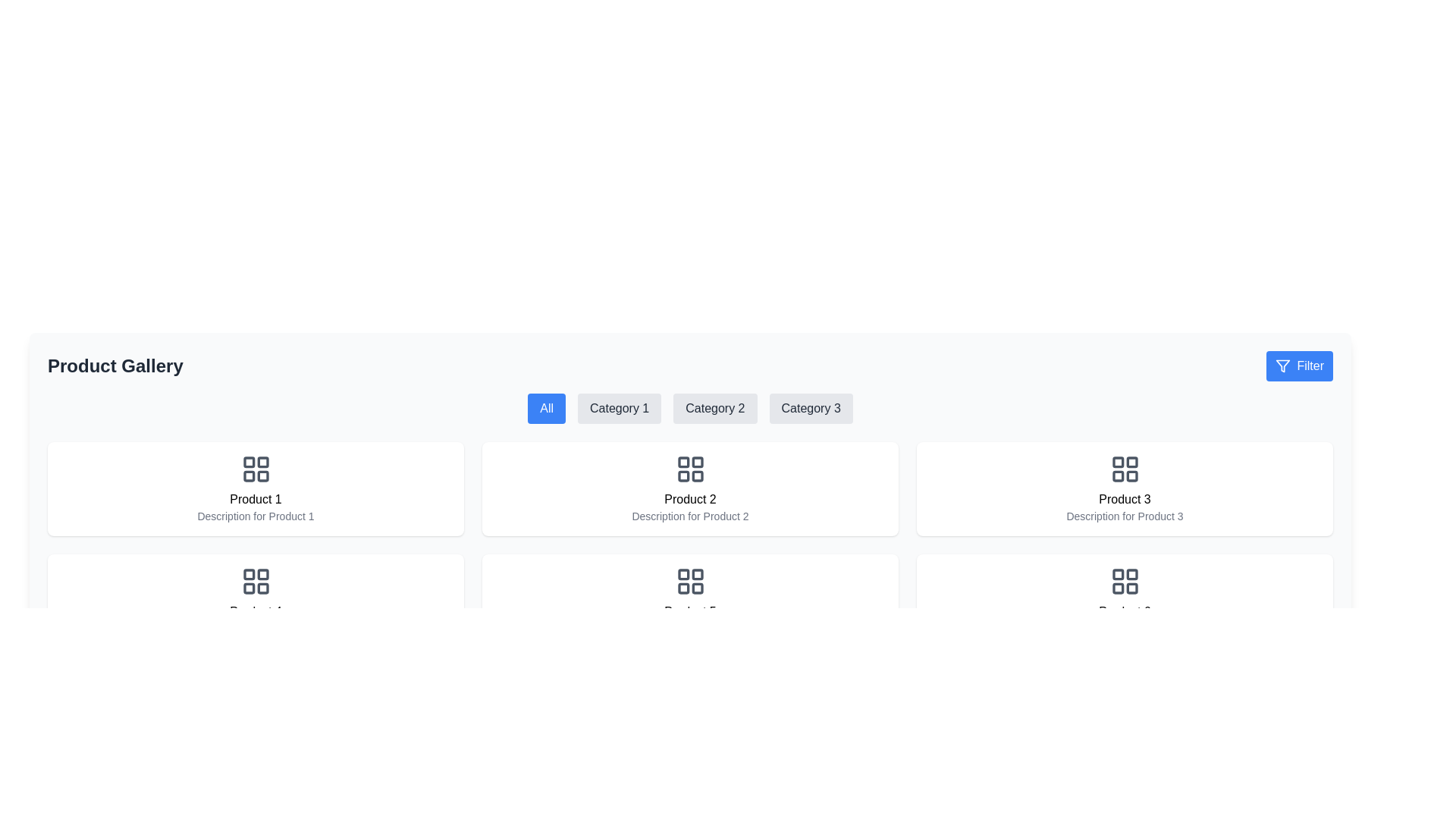 This screenshot has width=1456, height=819. Describe the element at coordinates (248, 587) in the screenshot. I see `the bottom-left square of the grid component in the SVG image` at that location.